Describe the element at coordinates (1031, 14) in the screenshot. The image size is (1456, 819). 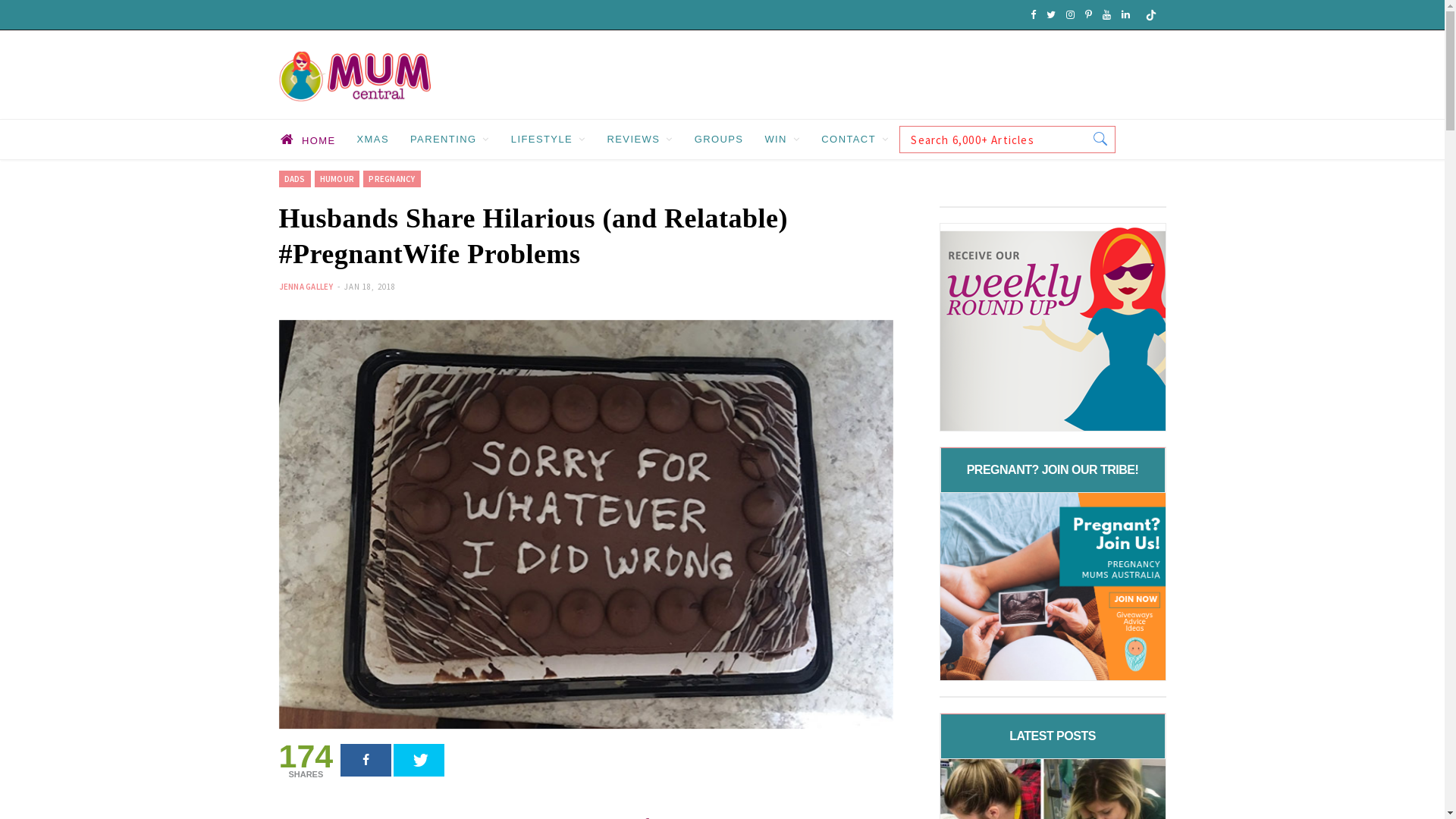
I see `'Facebook'` at that location.